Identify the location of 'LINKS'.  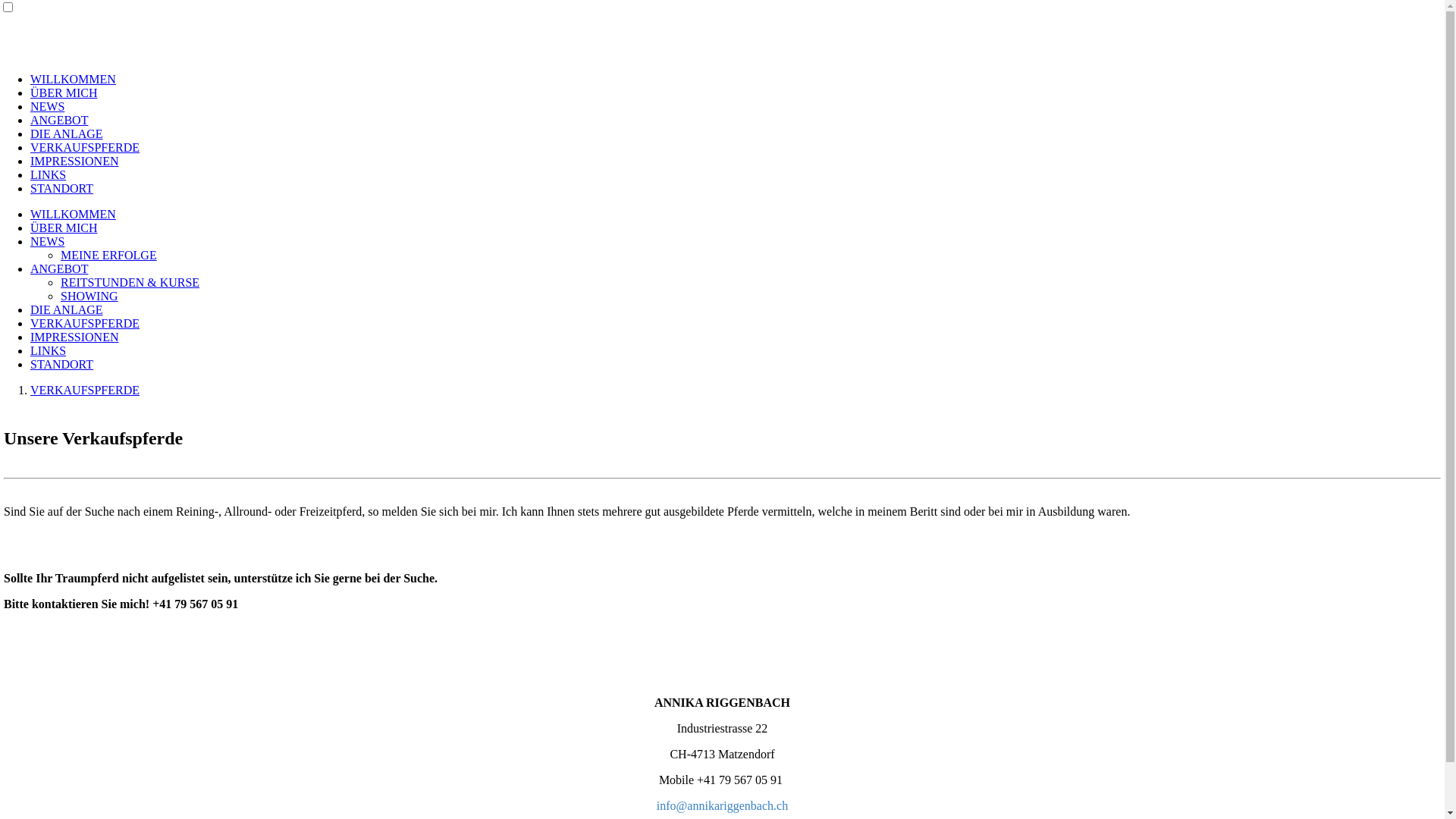
(30, 350).